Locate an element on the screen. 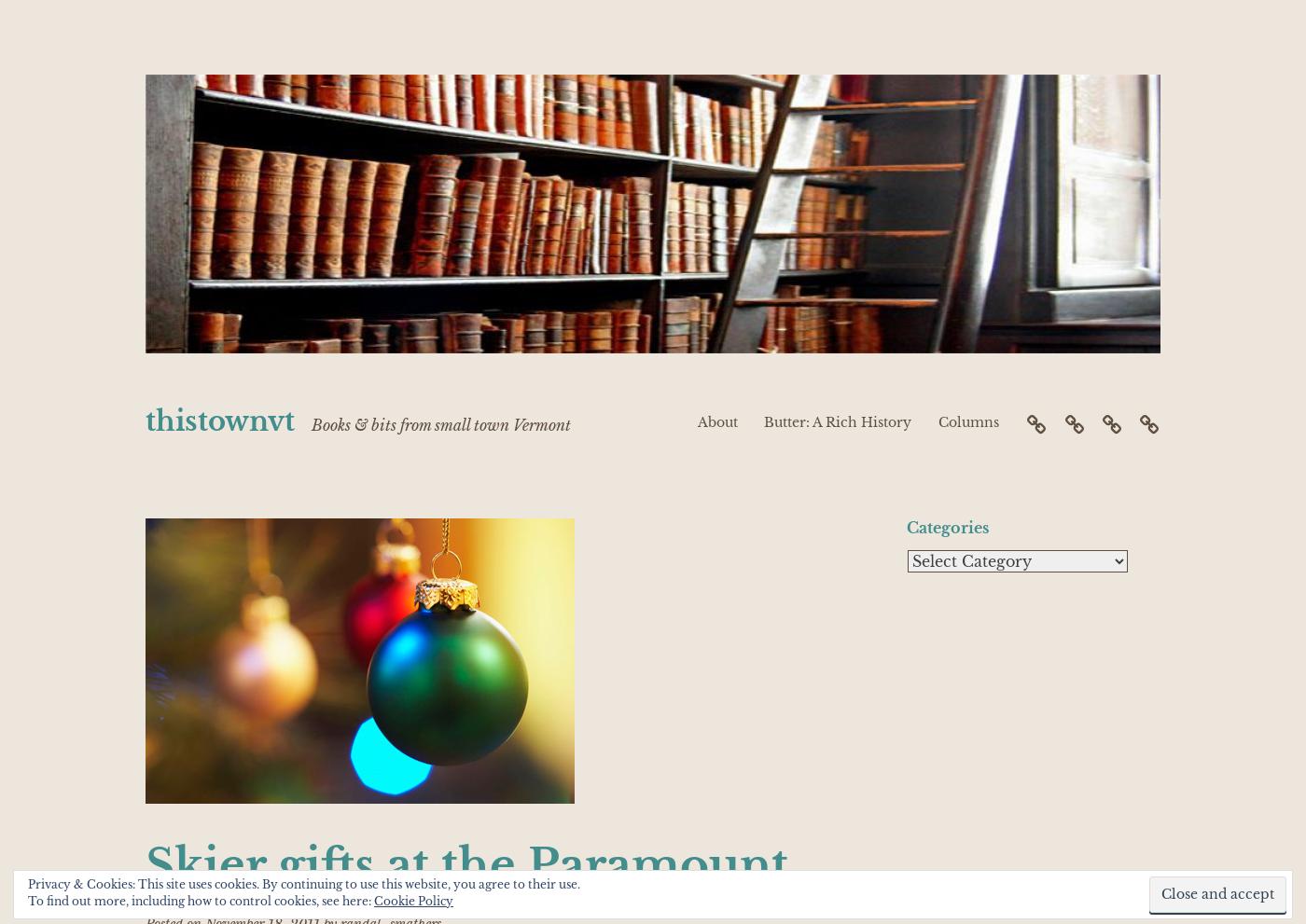 This screenshot has width=1306, height=924. 'Butter: A Rich History' is located at coordinates (764, 421).